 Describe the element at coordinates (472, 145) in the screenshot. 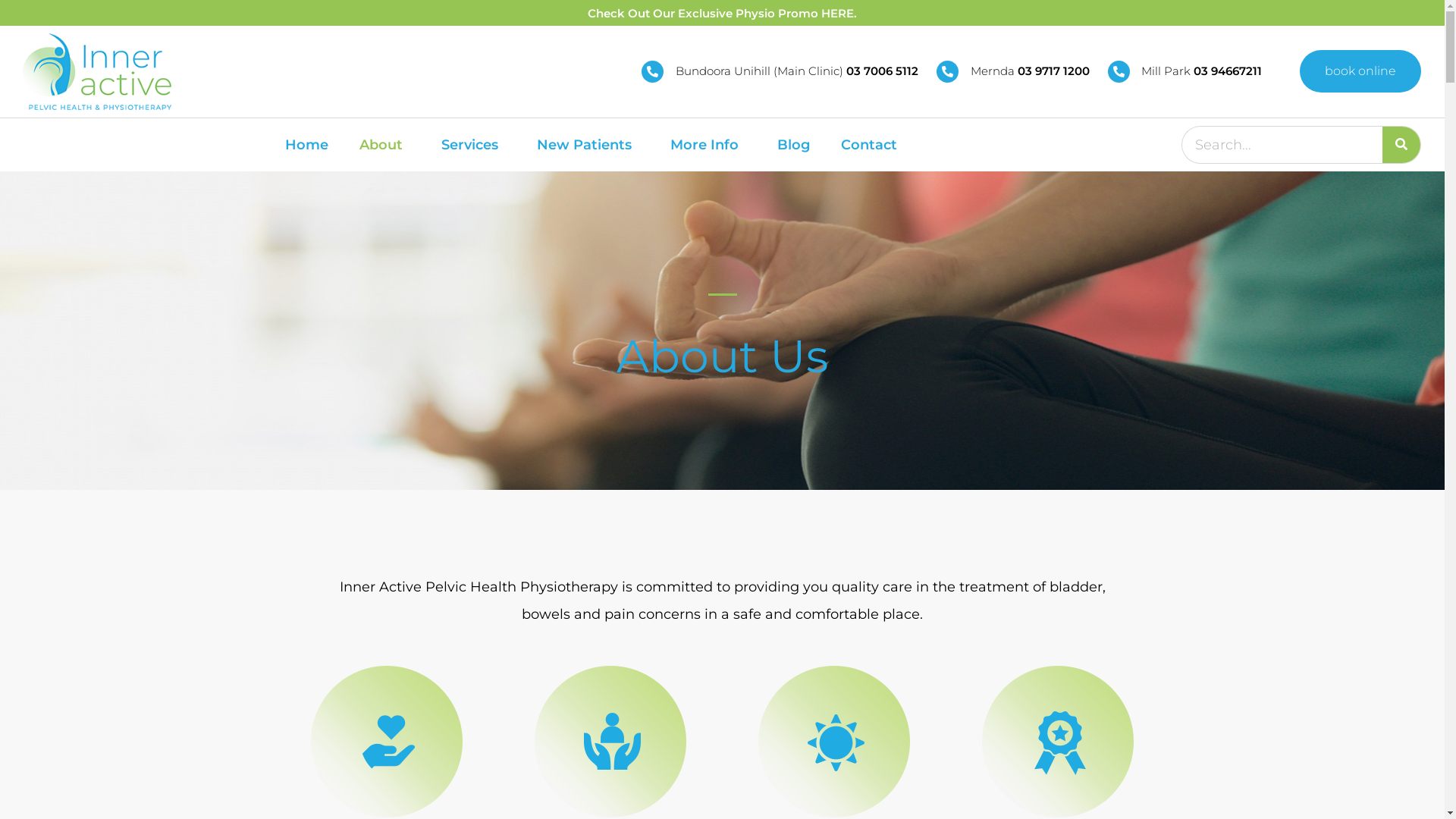

I see `'Services'` at that location.